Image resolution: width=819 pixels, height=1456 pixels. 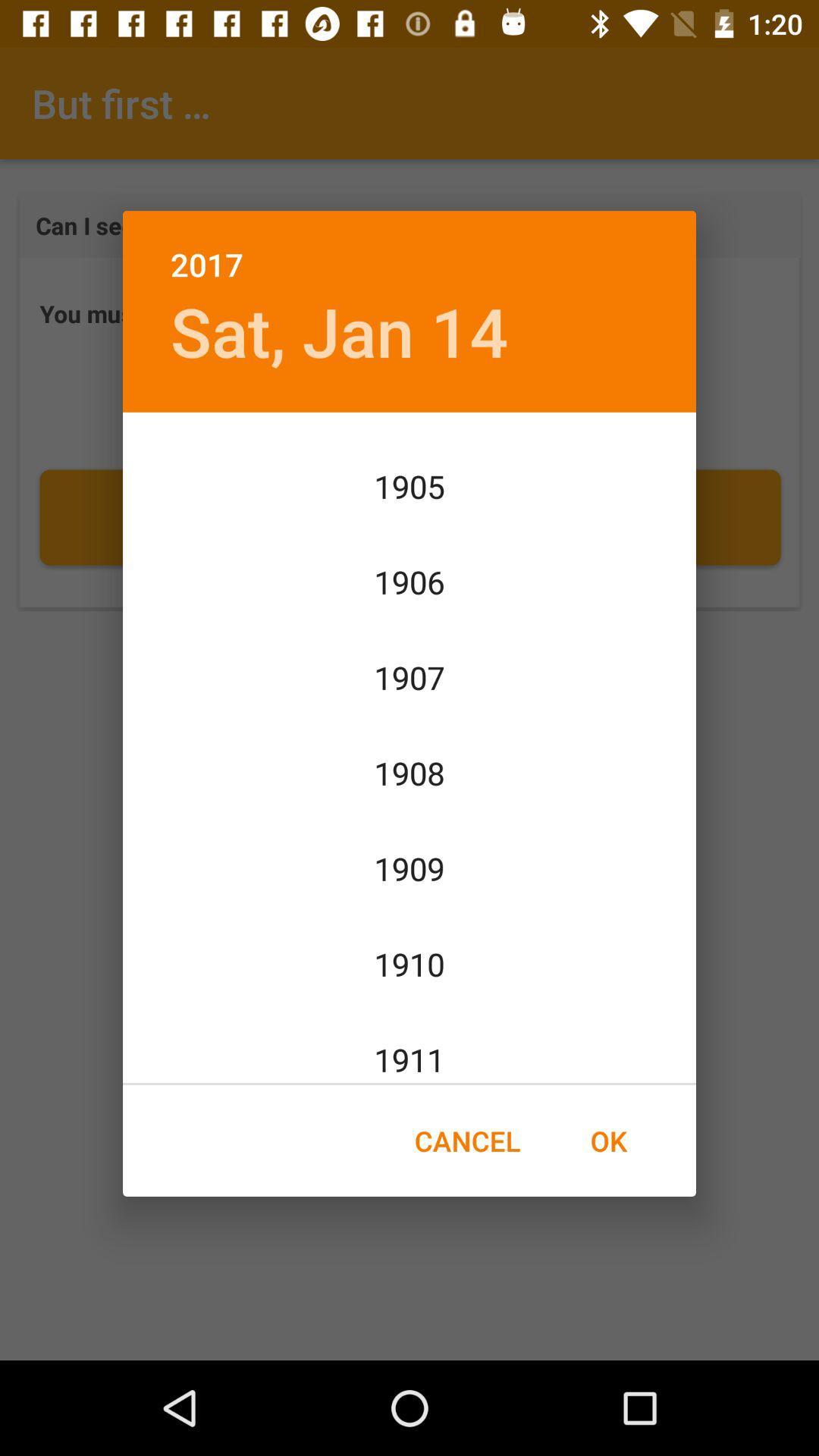 What do you see at coordinates (466, 1141) in the screenshot?
I see `the cancel` at bounding box center [466, 1141].